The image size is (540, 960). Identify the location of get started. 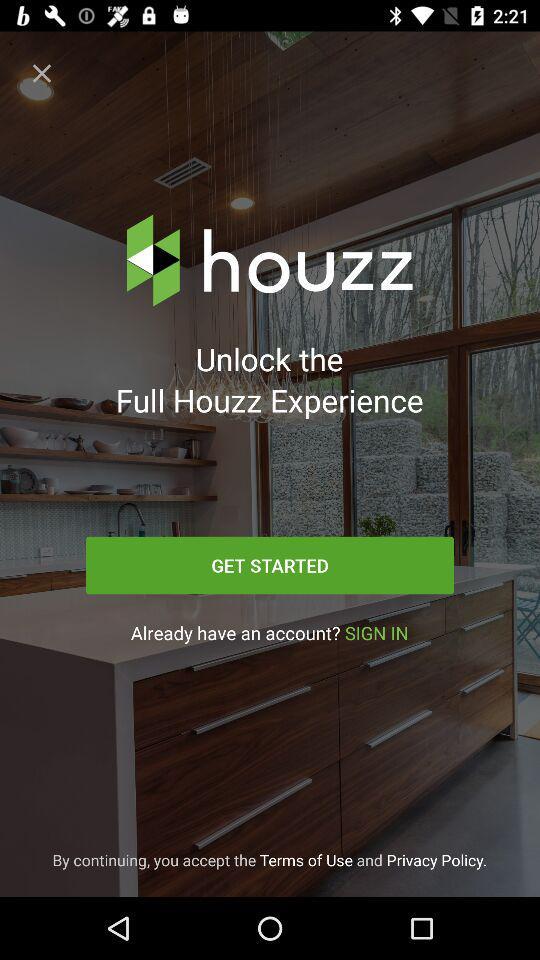
(270, 565).